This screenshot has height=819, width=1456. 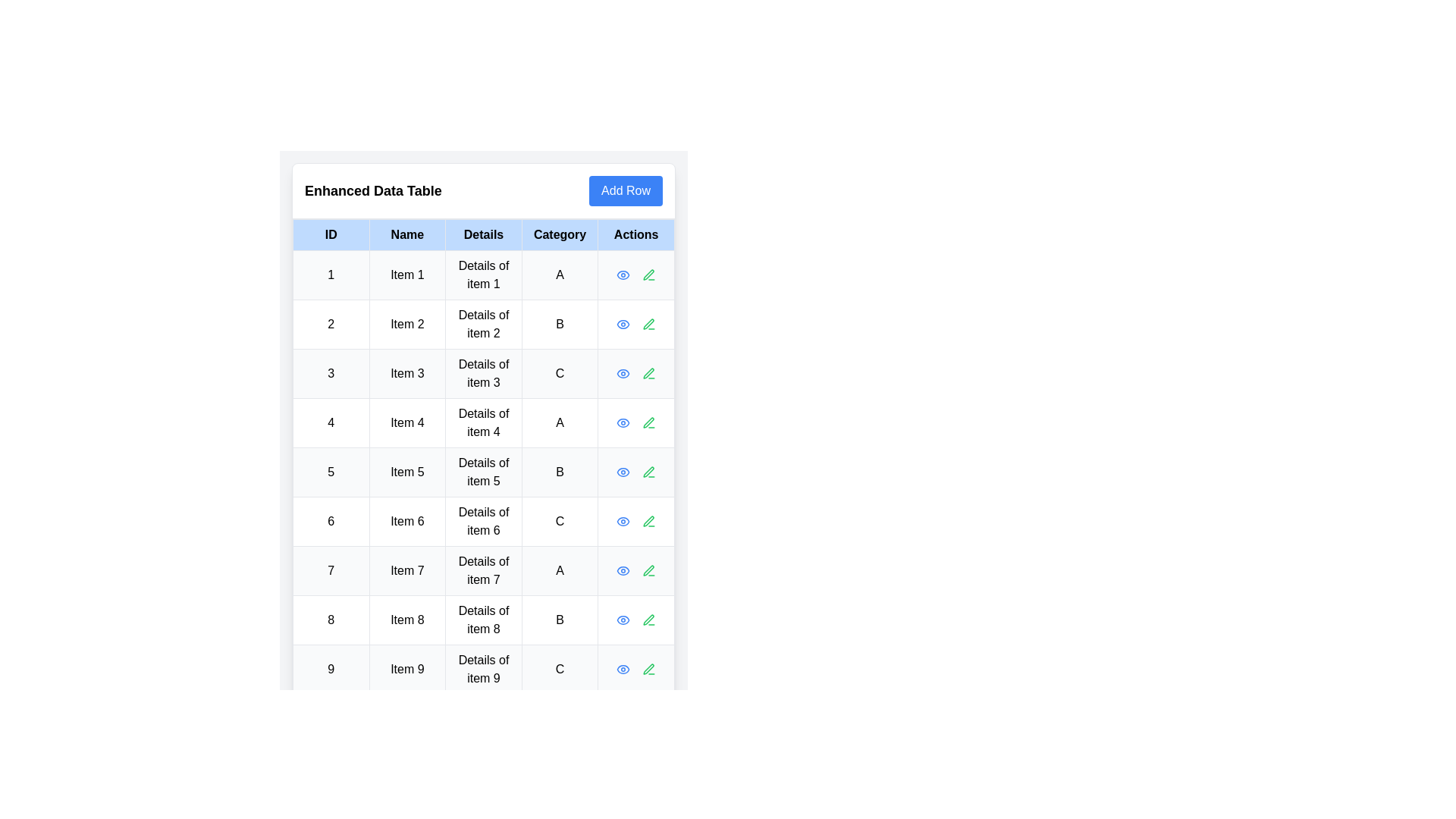 I want to click on text displayed in the Text label located in the second column of the fifth row of the data table, which is associated with ID 5, so click(x=407, y=472).